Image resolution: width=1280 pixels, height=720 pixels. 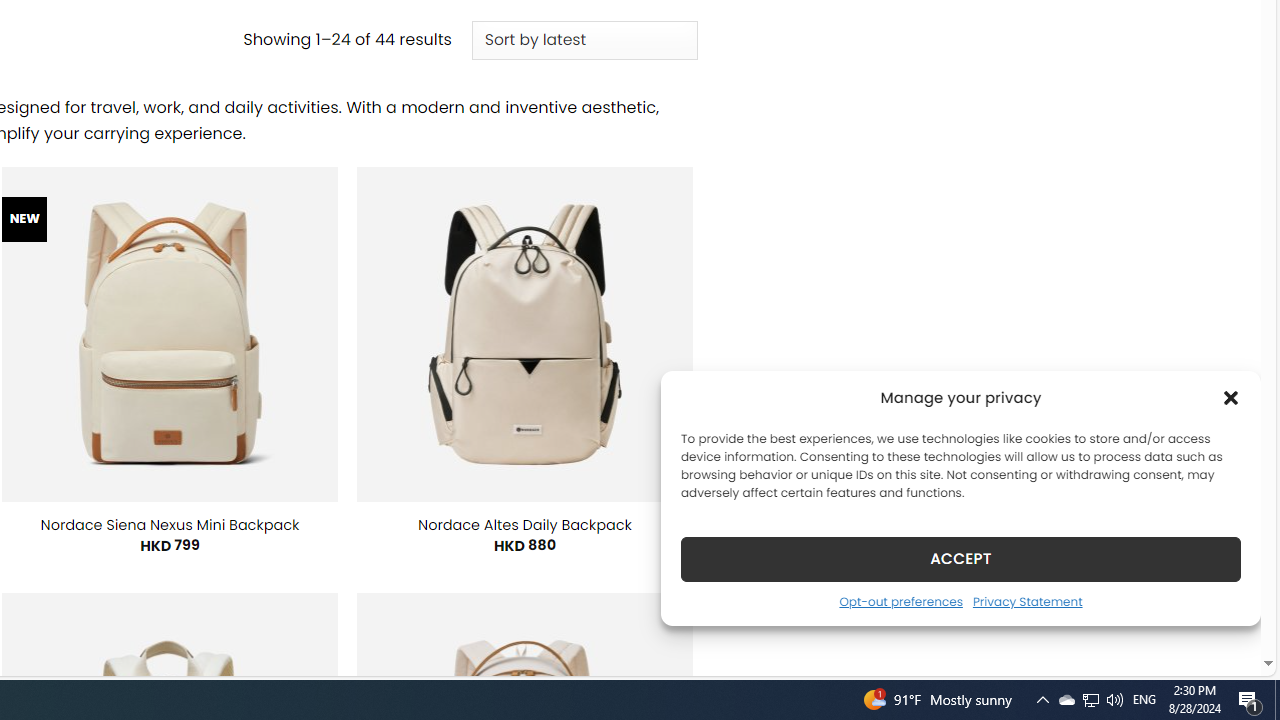 I want to click on 'Shop order', so click(x=583, y=41).